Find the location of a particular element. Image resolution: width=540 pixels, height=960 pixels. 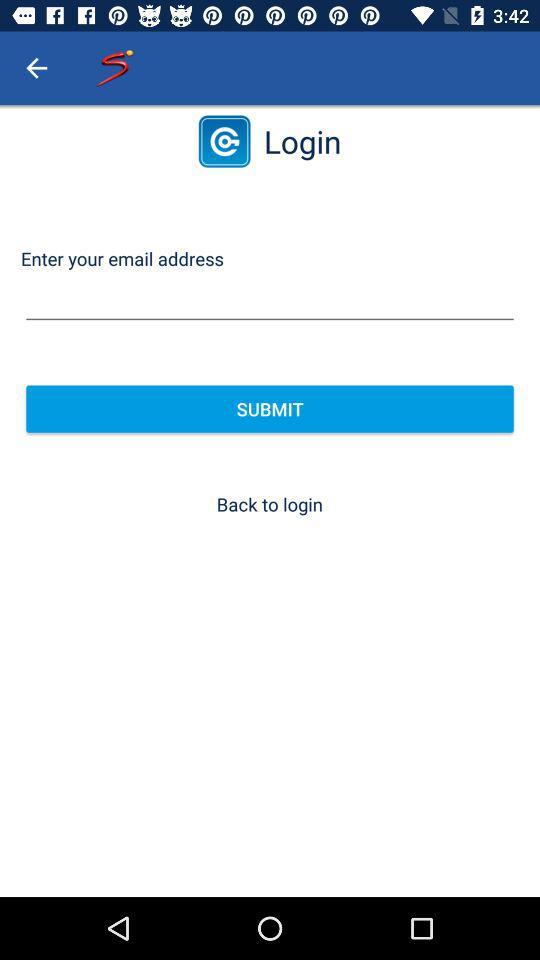

the back to login is located at coordinates (269, 503).